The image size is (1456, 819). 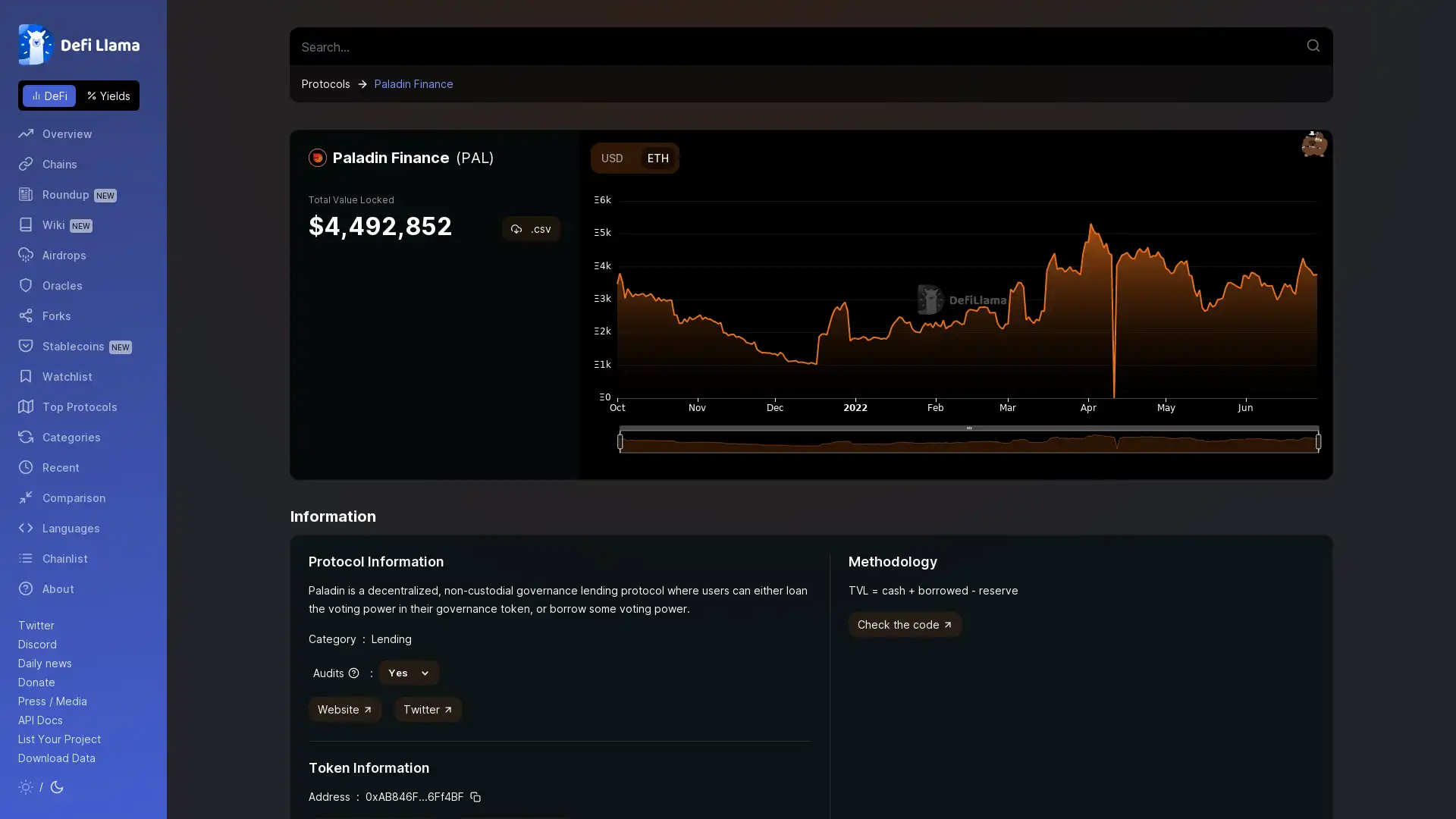 What do you see at coordinates (41, 786) in the screenshot?
I see `/` at bounding box center [41, 786].